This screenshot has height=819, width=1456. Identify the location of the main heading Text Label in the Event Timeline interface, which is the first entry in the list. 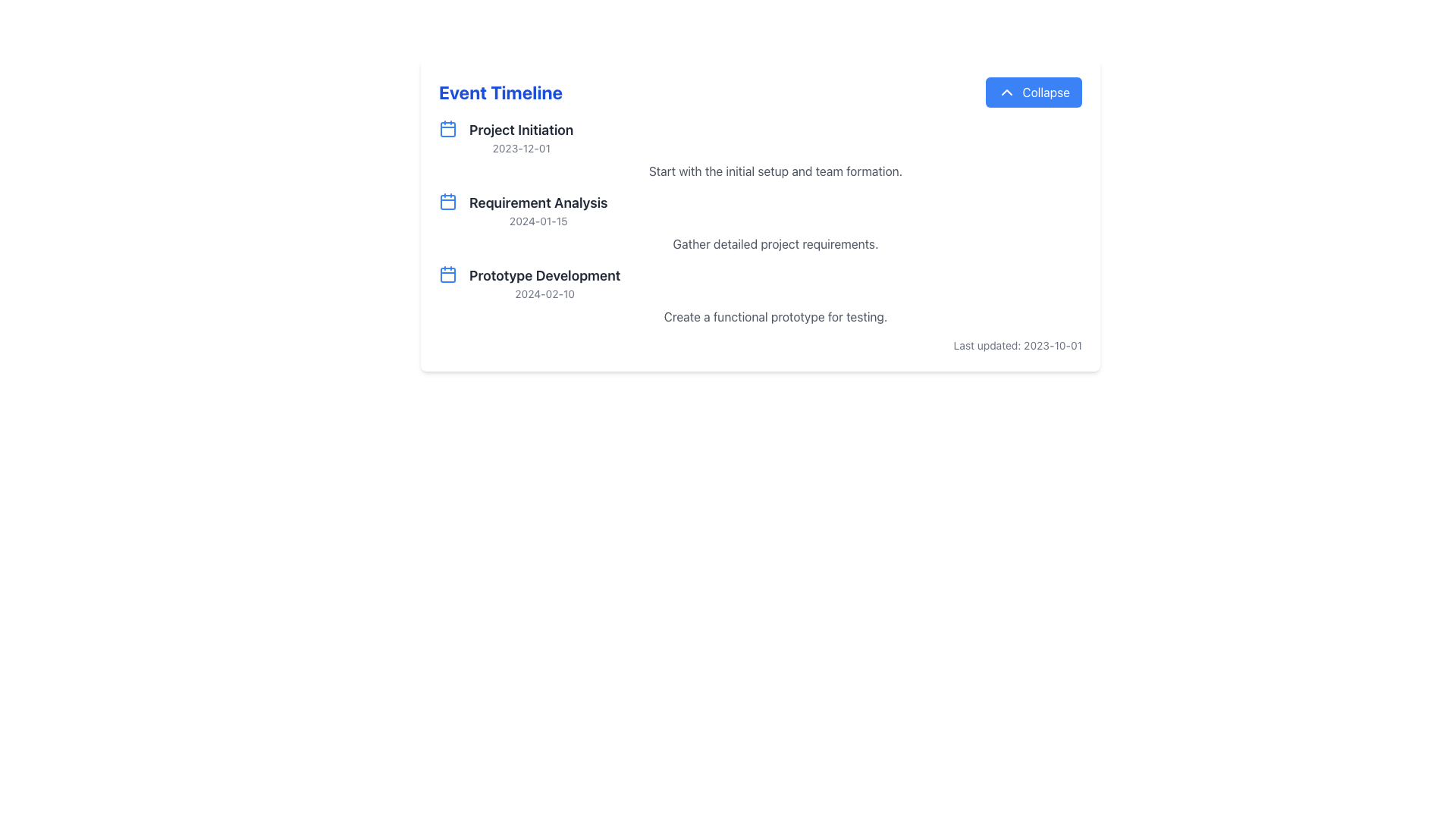
(521, 130).